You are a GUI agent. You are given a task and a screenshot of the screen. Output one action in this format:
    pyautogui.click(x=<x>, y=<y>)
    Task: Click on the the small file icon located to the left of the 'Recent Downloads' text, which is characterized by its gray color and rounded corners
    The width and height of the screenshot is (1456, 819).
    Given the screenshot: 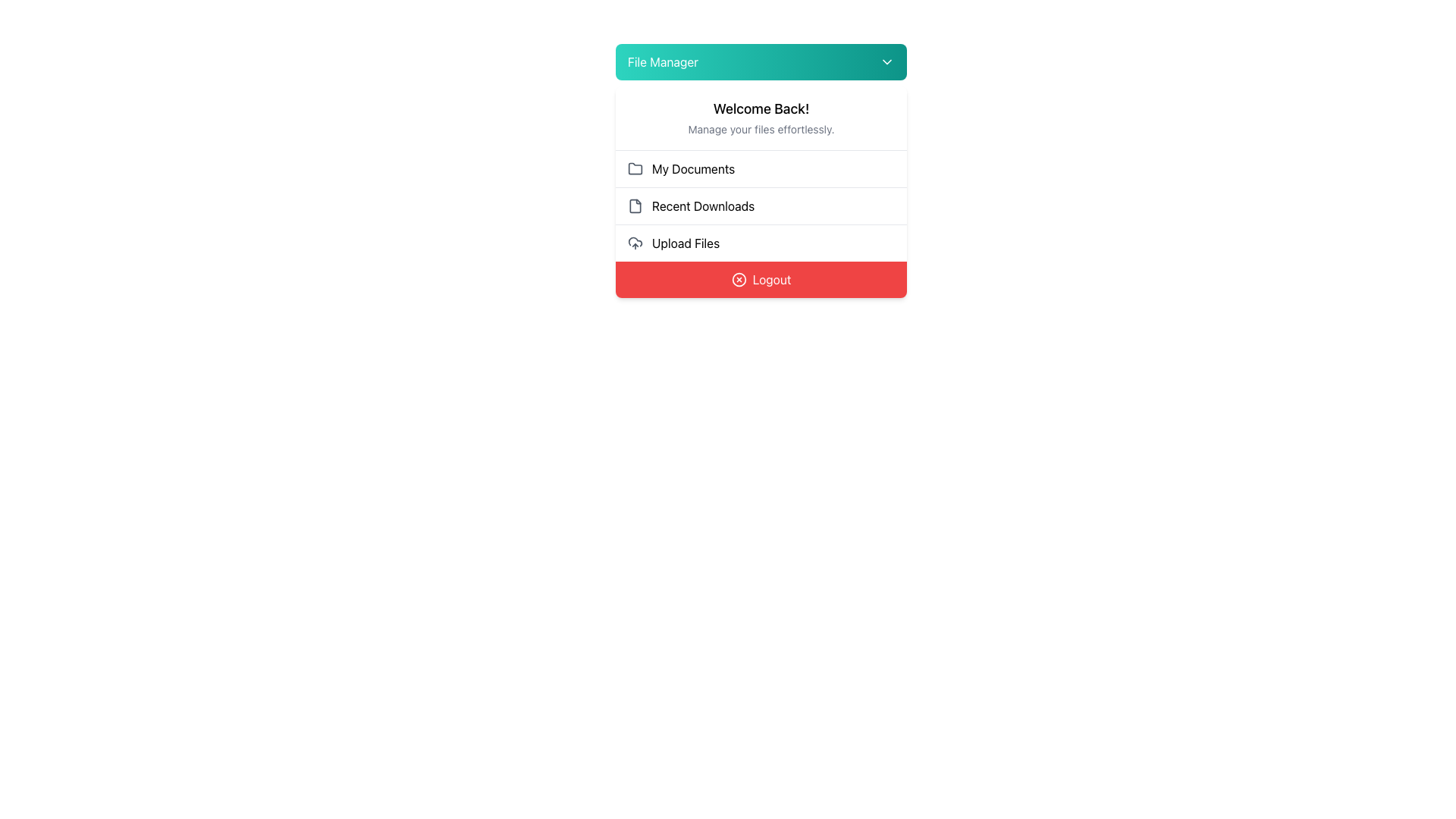 What is the action you would take?
    pyautogui.click(x=635, y=206)
    